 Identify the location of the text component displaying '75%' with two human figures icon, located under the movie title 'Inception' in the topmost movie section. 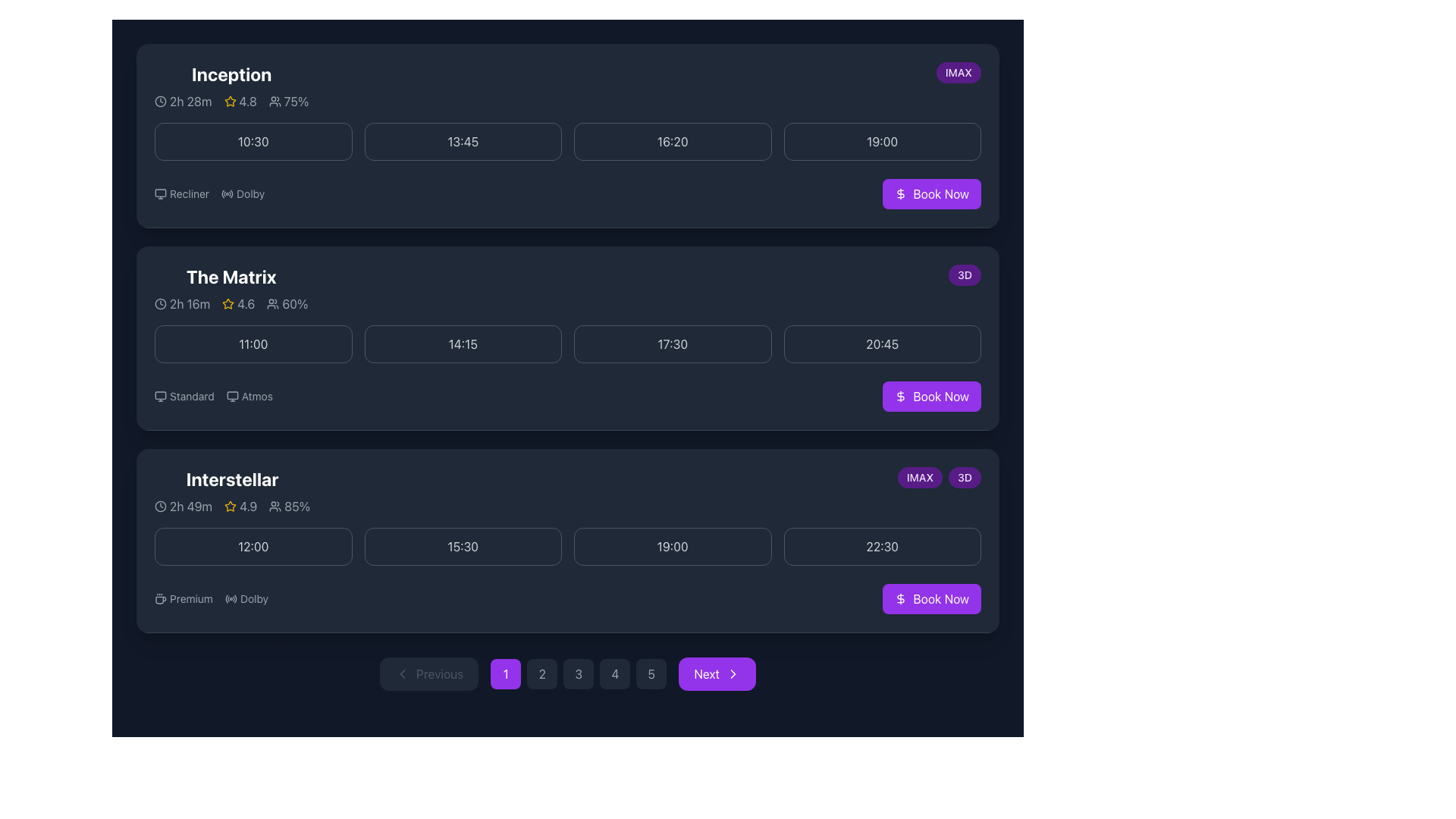
(289, 102).